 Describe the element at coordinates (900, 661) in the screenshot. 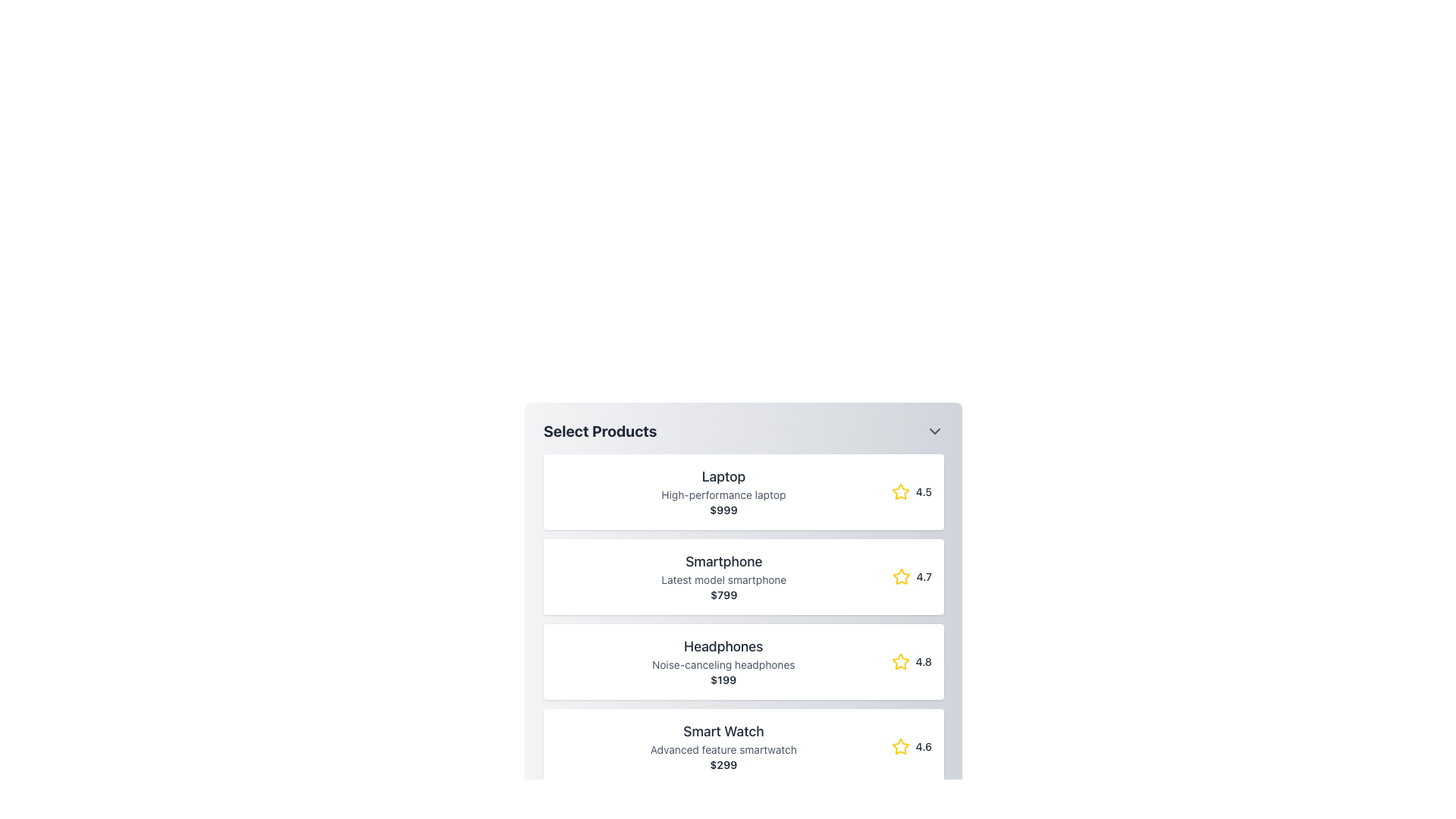

I see `design of the yellow star-shaped icon with a transparent center, located to the left of the numeric rating '4.8' in the 'Headphones' section` at that location.